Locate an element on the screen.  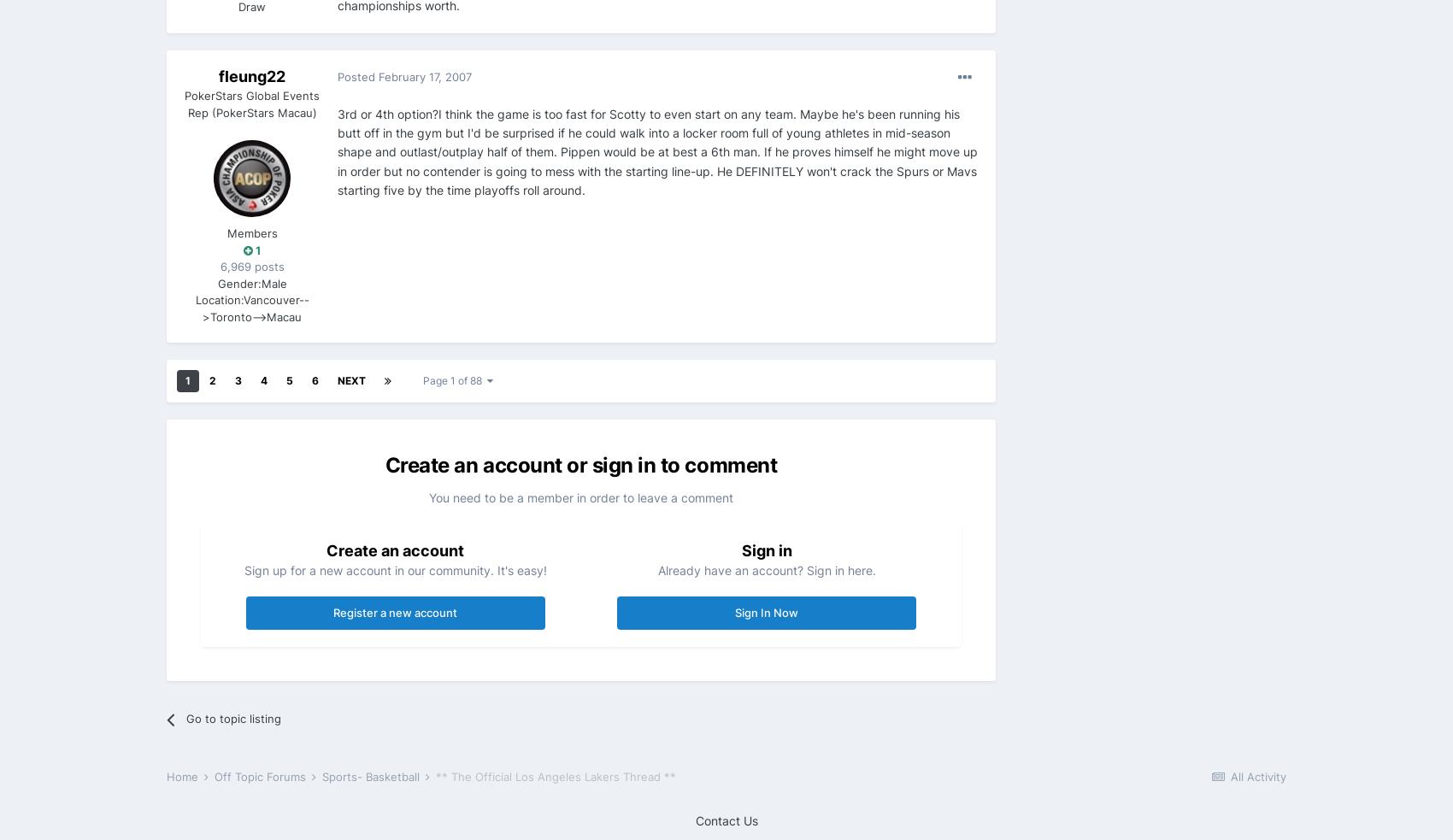
'Go to topic listing' is located at coordinates (233, 717).